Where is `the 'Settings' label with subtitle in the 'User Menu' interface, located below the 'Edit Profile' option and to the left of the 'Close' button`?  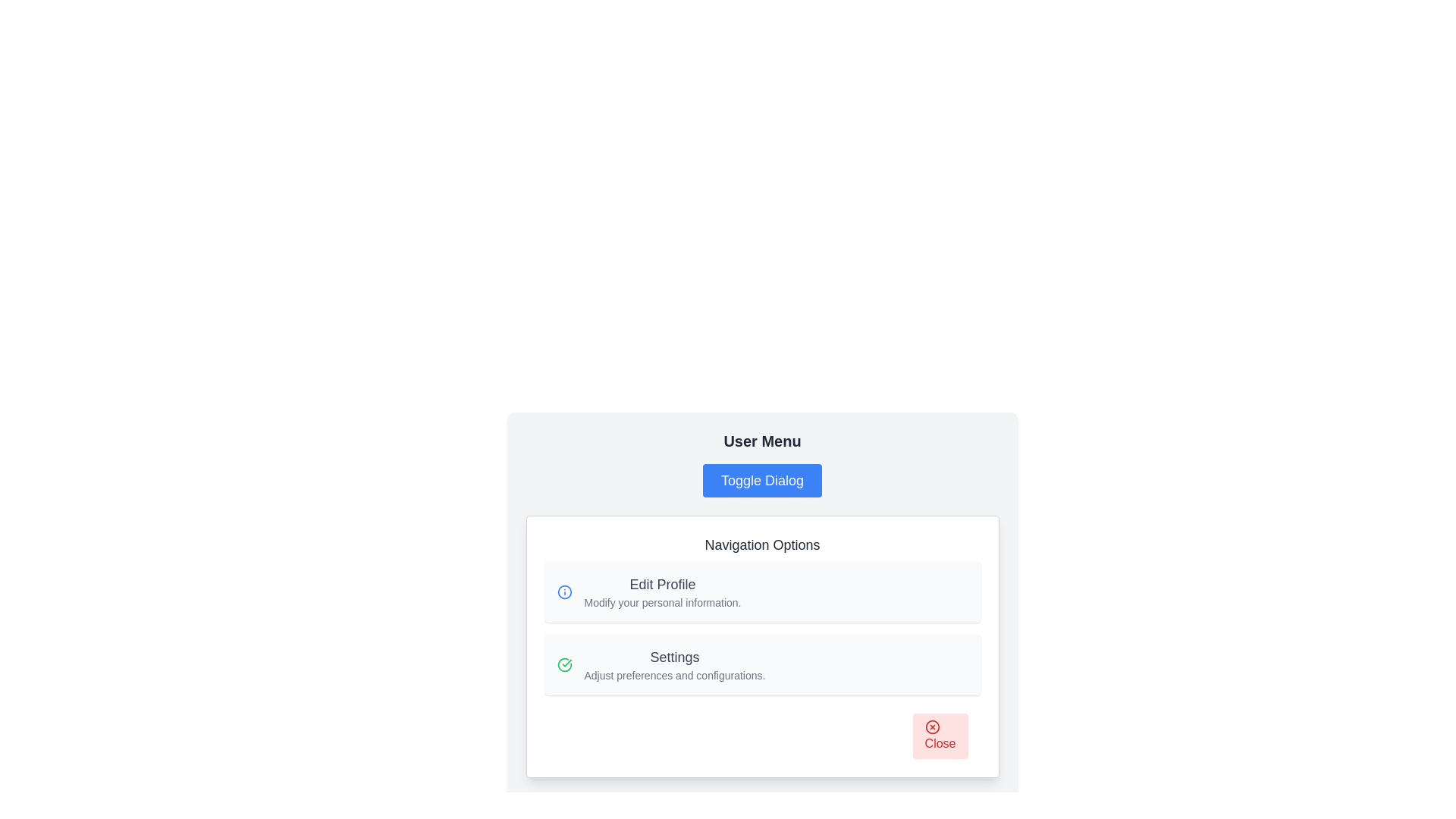 the 'Settings' label with subtitle in the 'User Menu' interface, located below the 'Edit Profile' option and to the left of the 'Close' button is located at coordinates (673, 664).